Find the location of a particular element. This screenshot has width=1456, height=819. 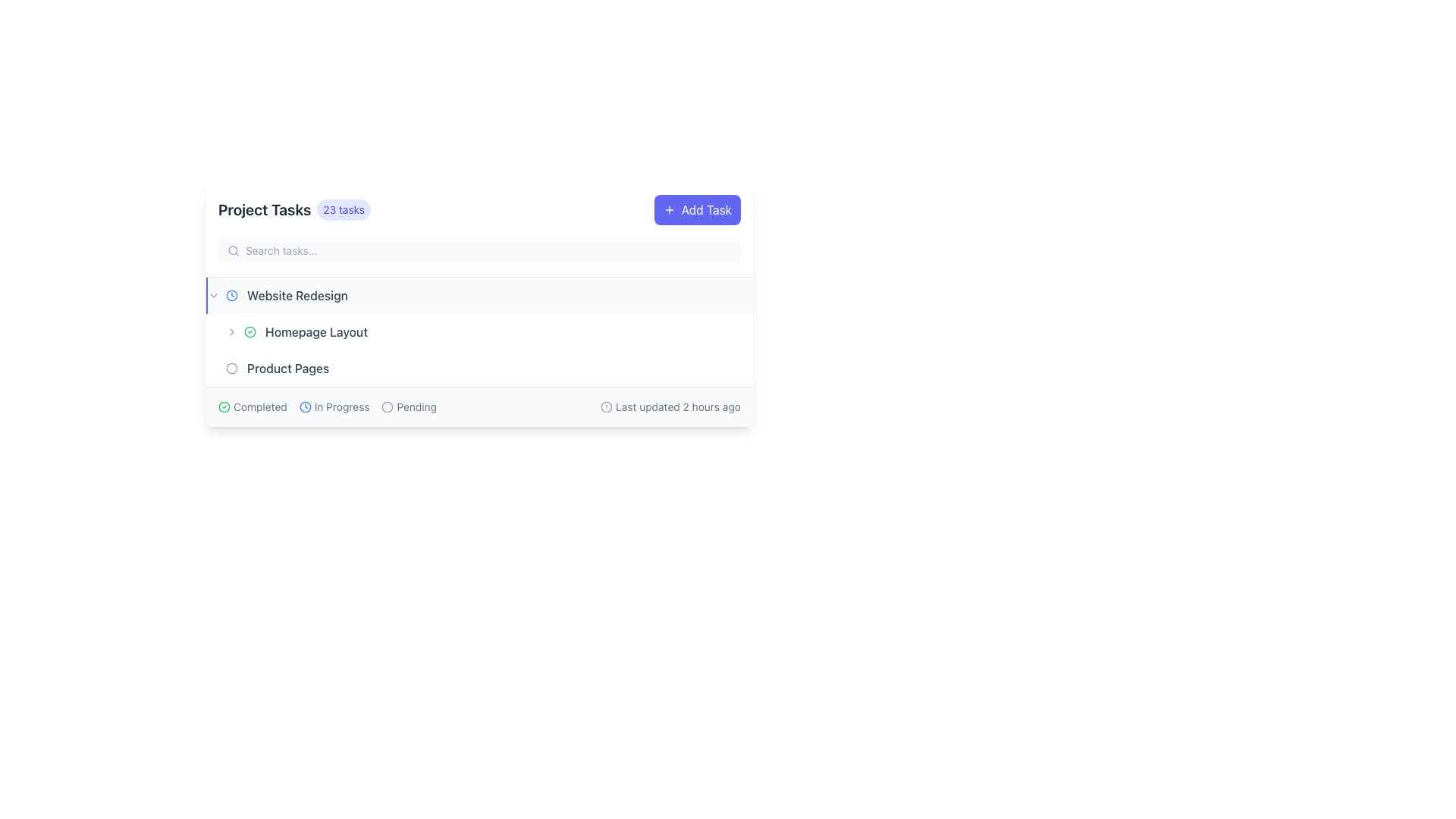

the ellipsis button located in the top-right corner of the task entry for user 'Emma Wilson' dated '2024-03-20' is located at coordinates (735, 369).